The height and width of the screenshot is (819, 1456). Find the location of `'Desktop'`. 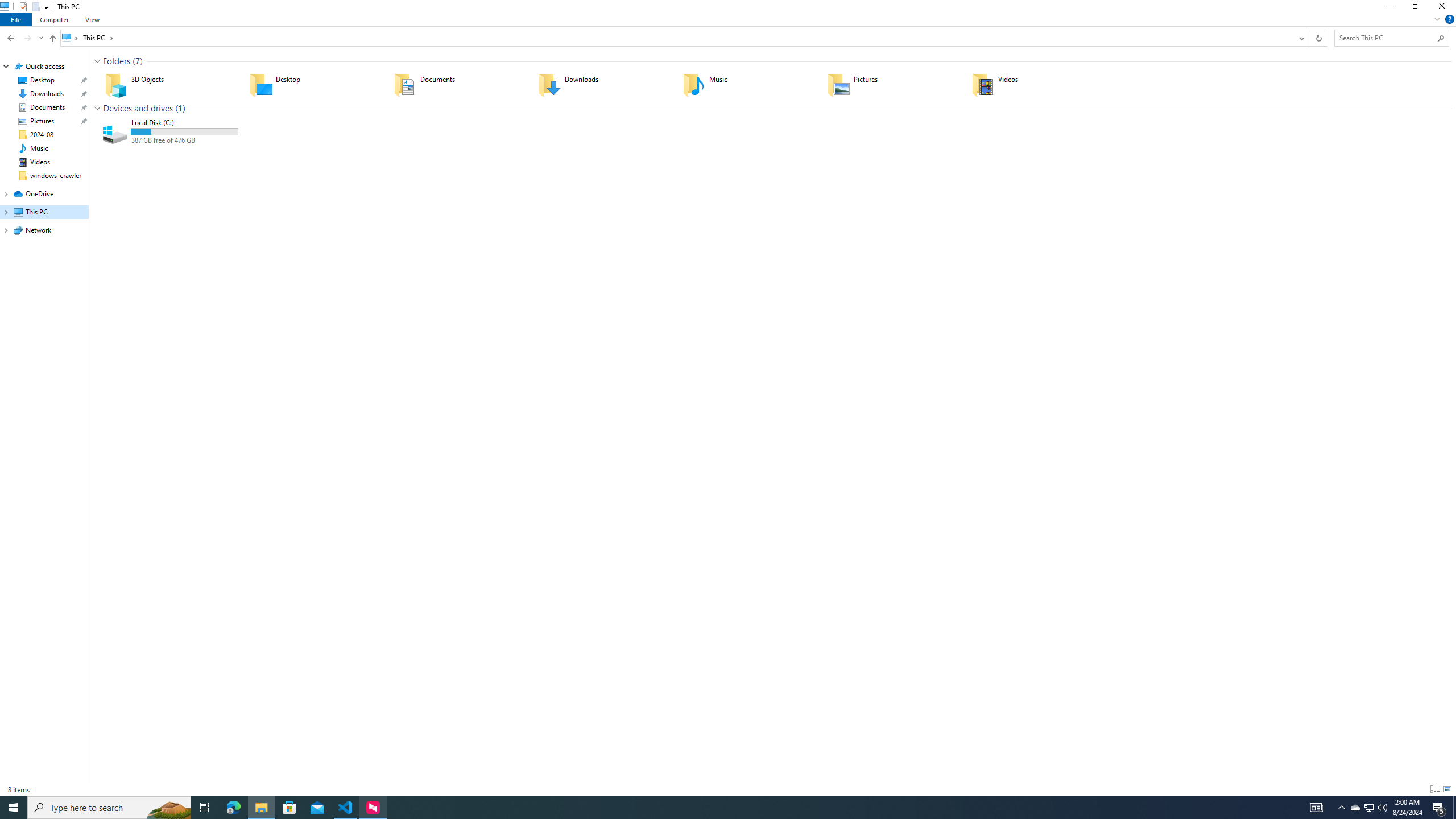

'Desktop' is located at coordinates (313, 85).